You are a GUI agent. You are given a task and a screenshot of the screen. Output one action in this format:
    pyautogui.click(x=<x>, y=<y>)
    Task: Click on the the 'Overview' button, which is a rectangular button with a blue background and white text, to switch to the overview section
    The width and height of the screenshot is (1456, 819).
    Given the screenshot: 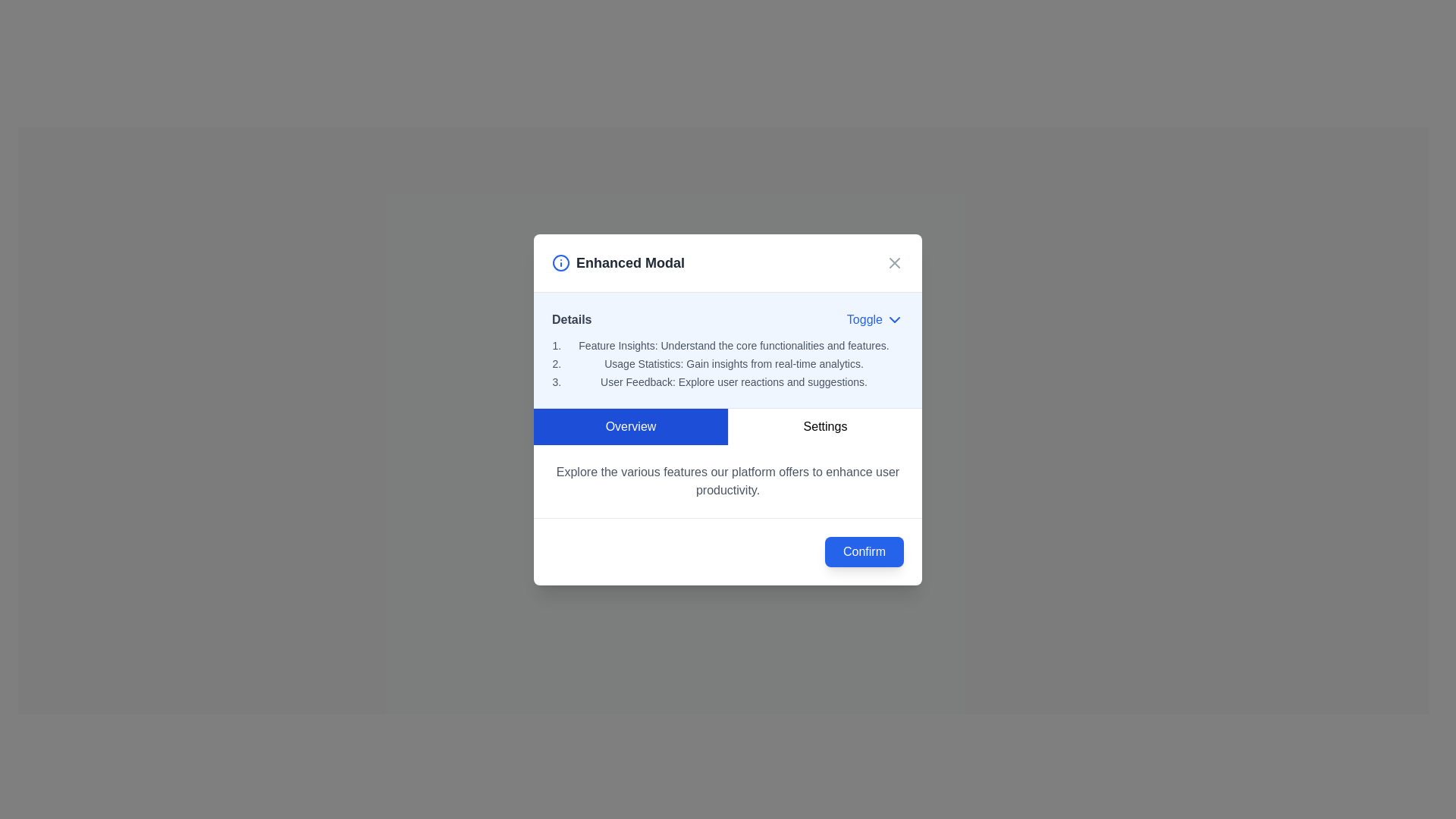 What is the action you would take?
    pyautogui.click(x=630, y=426)
    